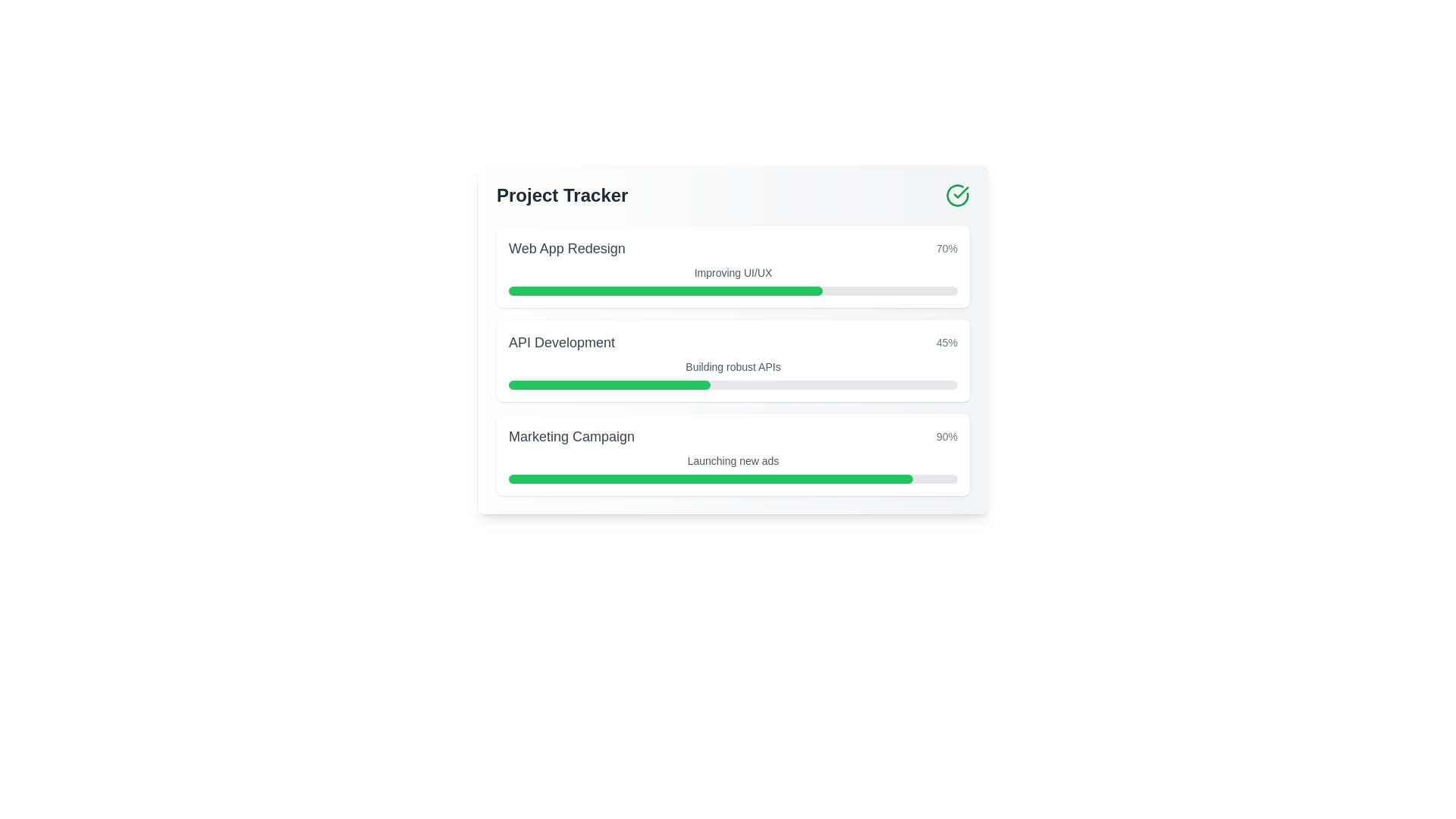 This screenshot has width=1456, height=819. Describe the element at coordinates (666, 291) in the screenshot. I see `the Progress Bar Segment of the first progress bar in the 'Web App Redesign' section of the 'Project Tracker' card to visually inspect the completion percentage` at that location.